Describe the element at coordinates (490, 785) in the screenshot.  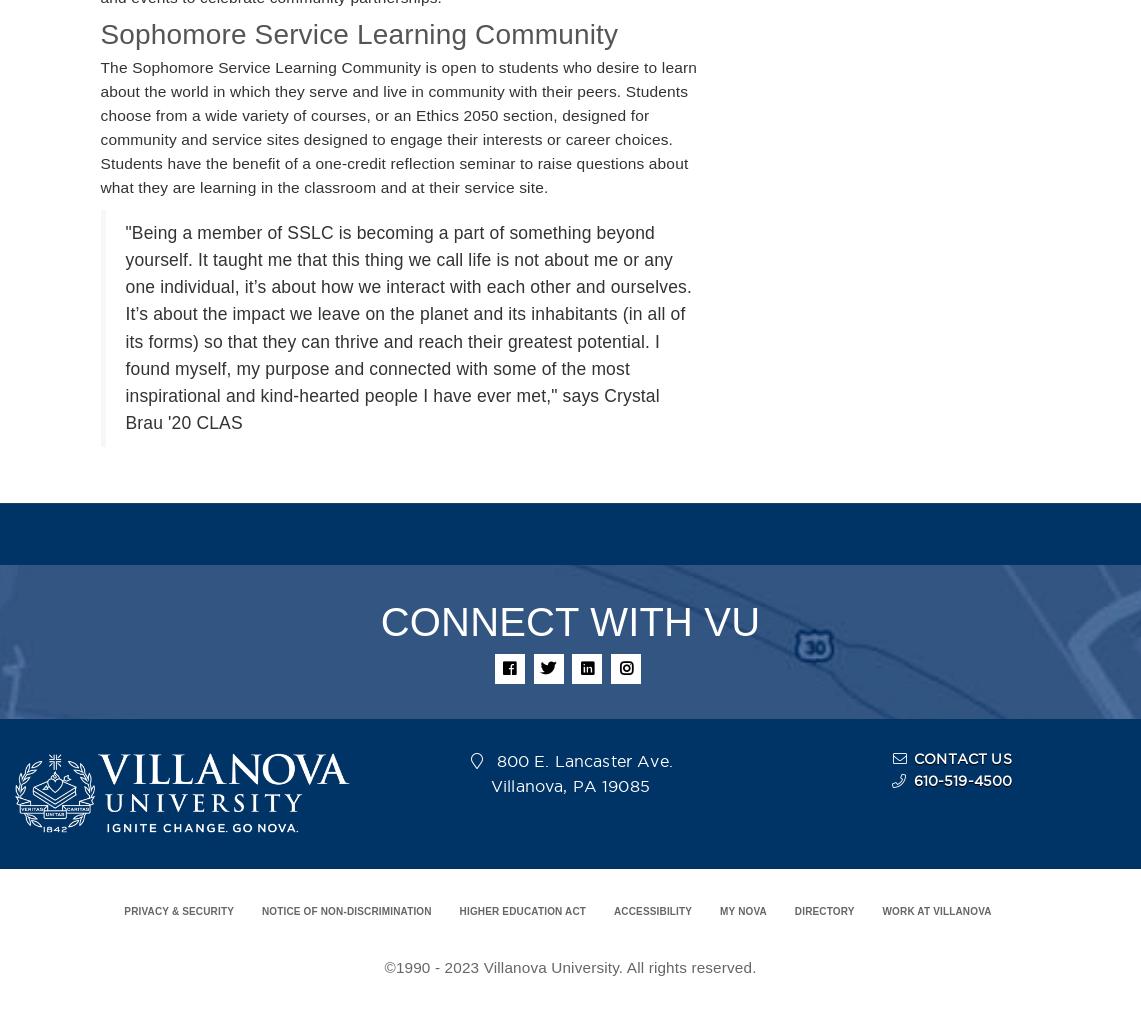
I see `'Villanova, PA 19085'` at that location.